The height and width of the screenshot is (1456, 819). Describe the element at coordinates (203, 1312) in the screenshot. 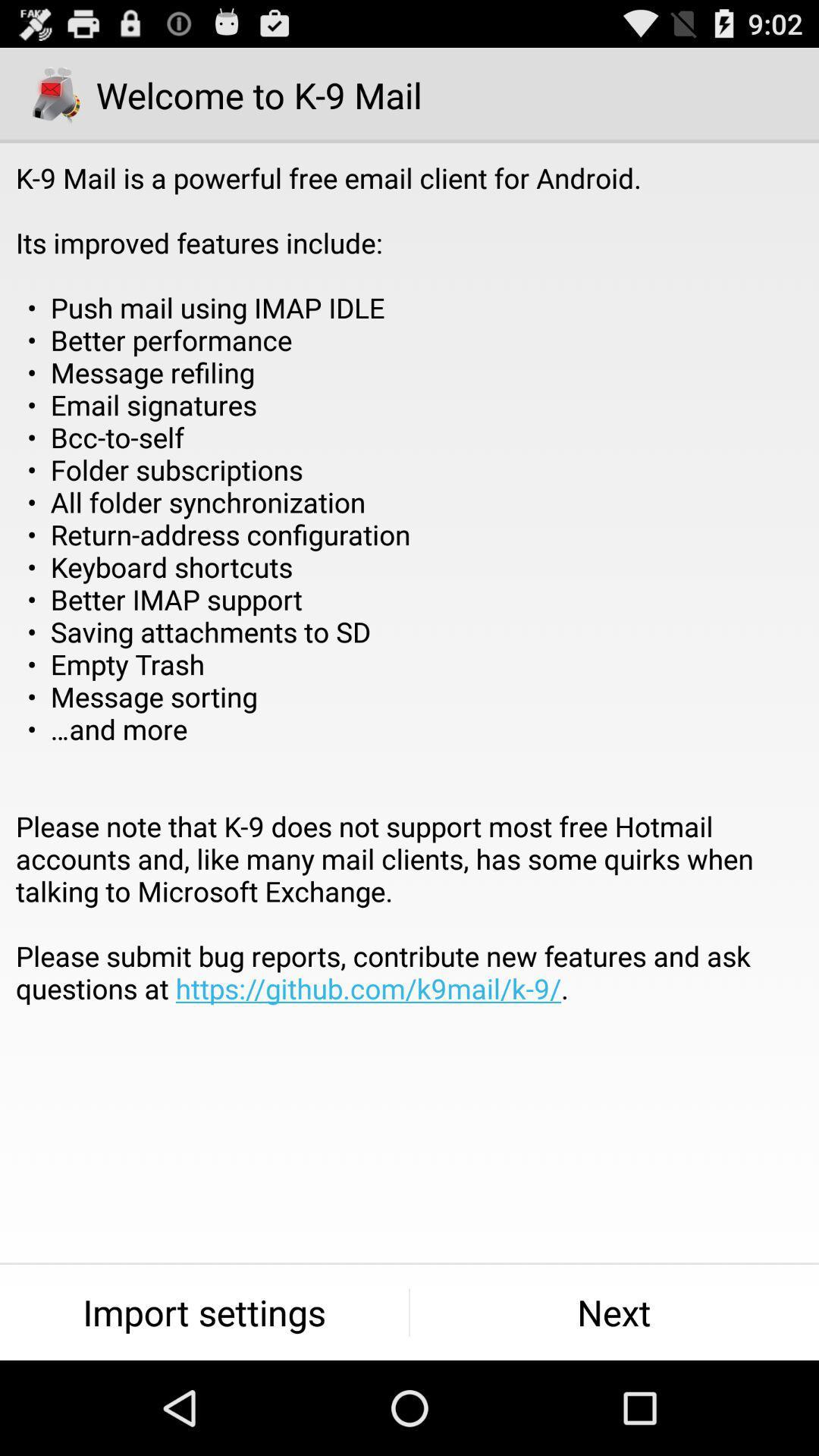

I see `the button to the left of next item` at that location.